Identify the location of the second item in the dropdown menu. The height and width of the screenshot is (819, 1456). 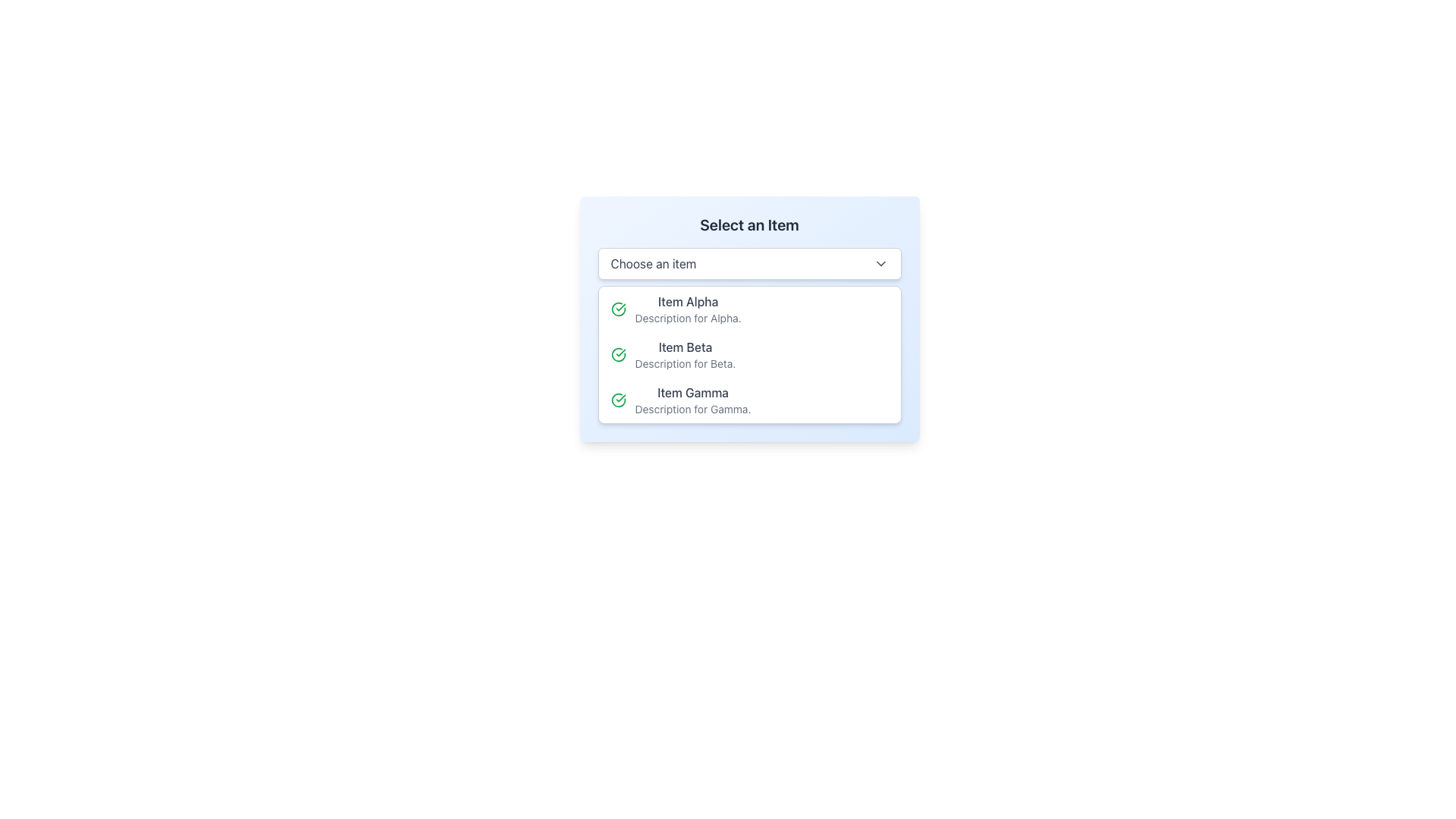
(684, 354).